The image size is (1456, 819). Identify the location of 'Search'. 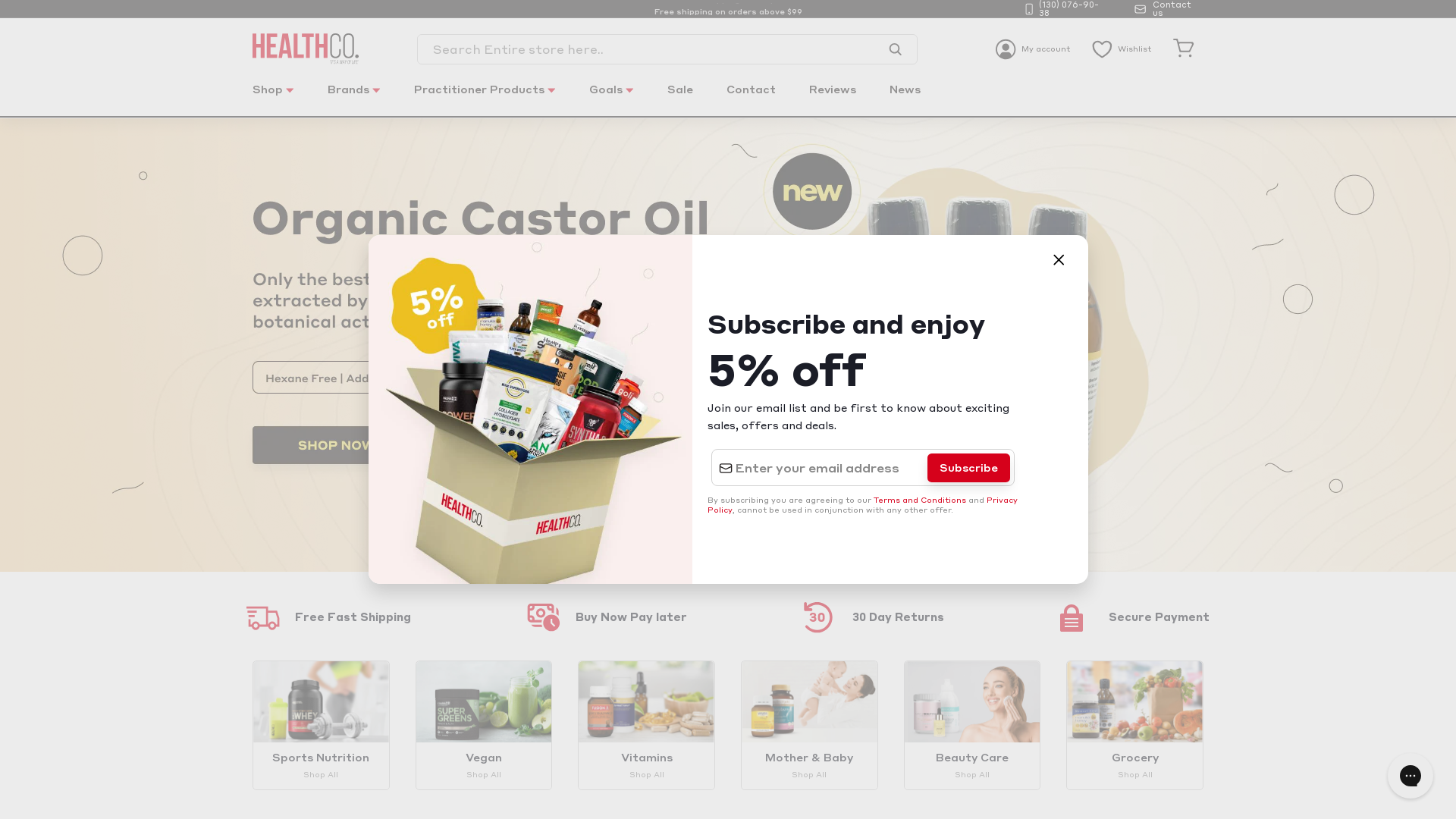
(895, 49).